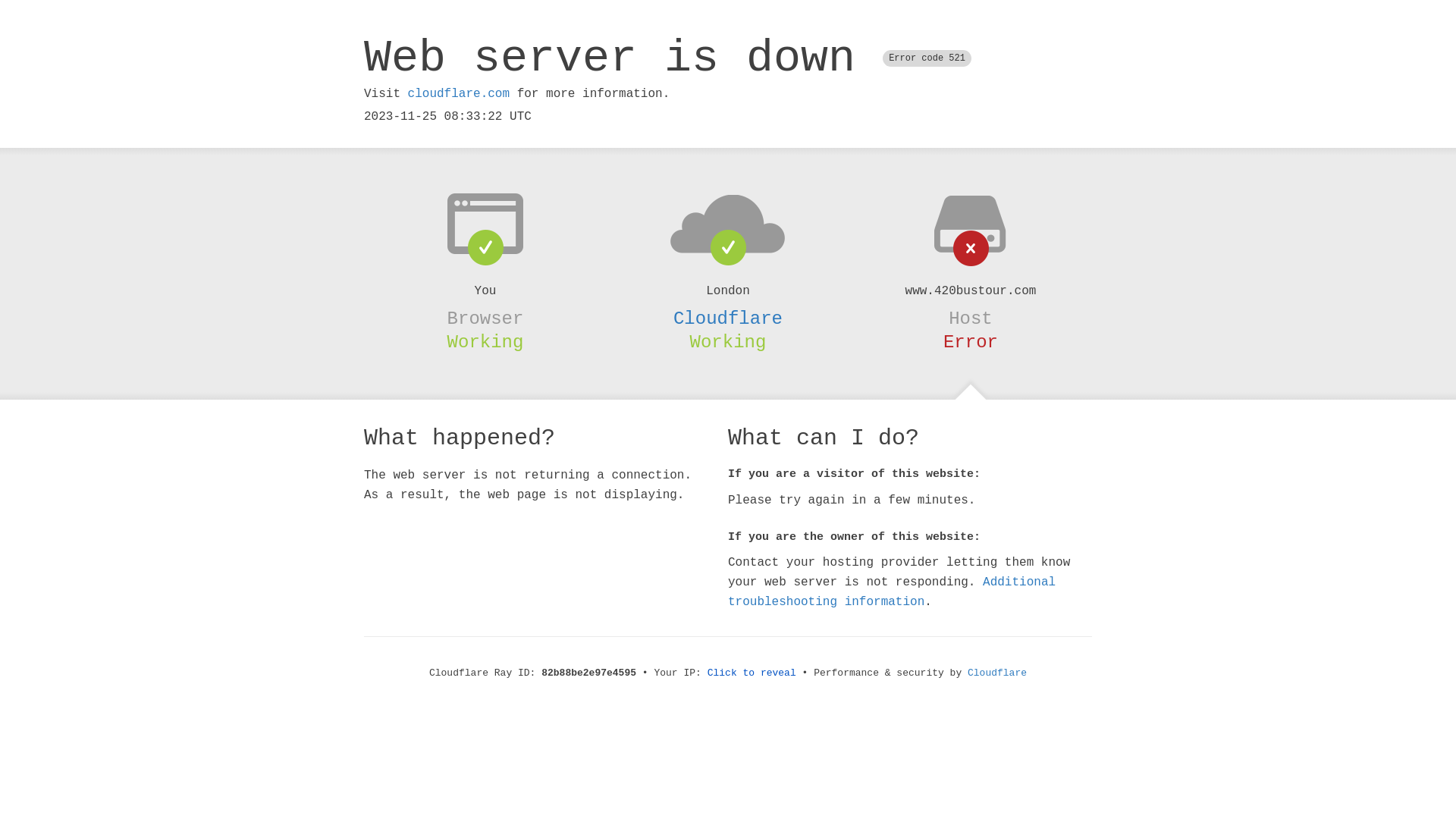 This screenshot has width=1456, height=819. Describe the element at coordinates (457, 93) in the screenshot. I see `'cloudflare.com'` at that location.